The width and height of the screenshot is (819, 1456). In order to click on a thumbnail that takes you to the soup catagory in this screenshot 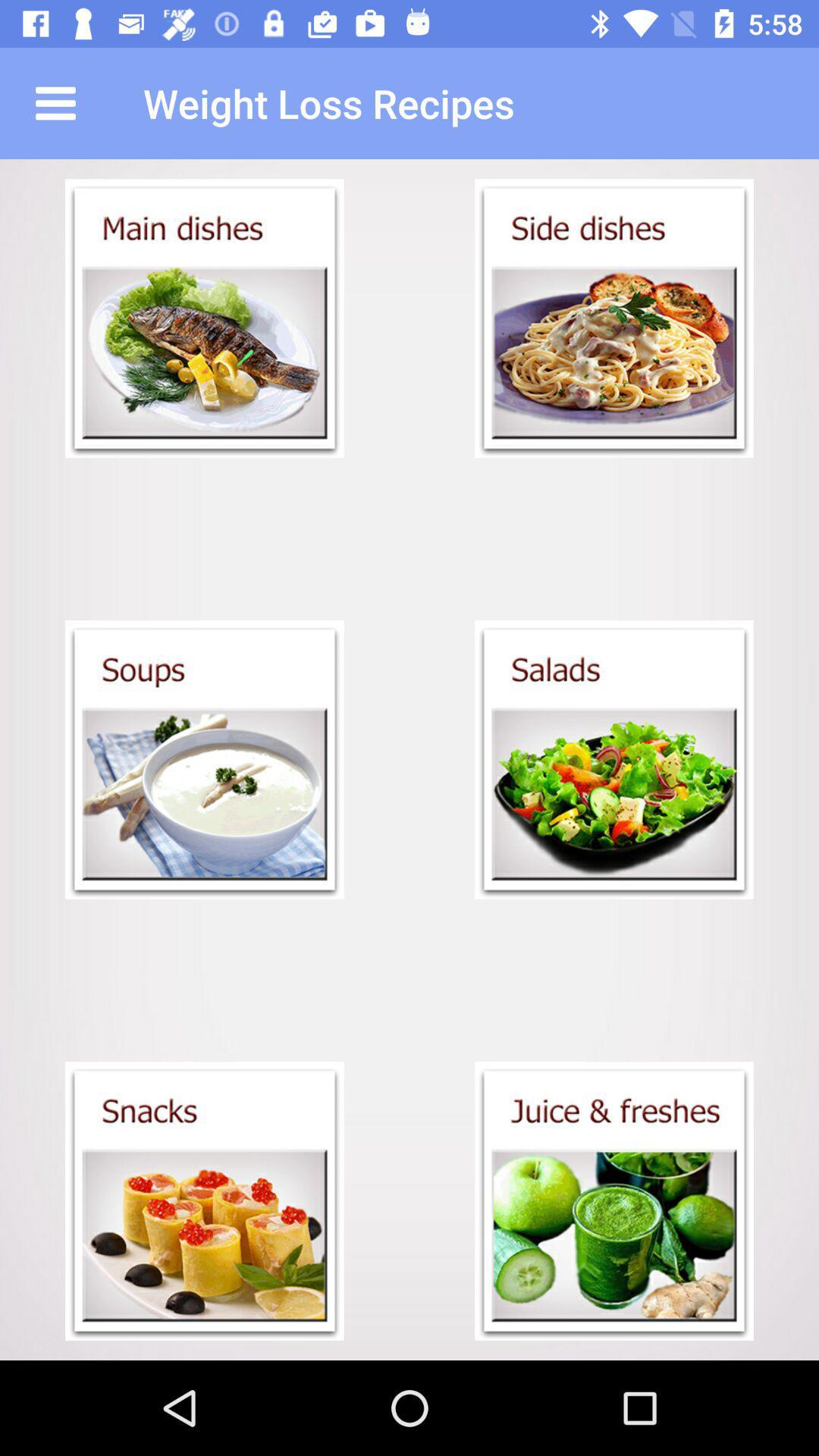, I will do `click(205, 760)`.